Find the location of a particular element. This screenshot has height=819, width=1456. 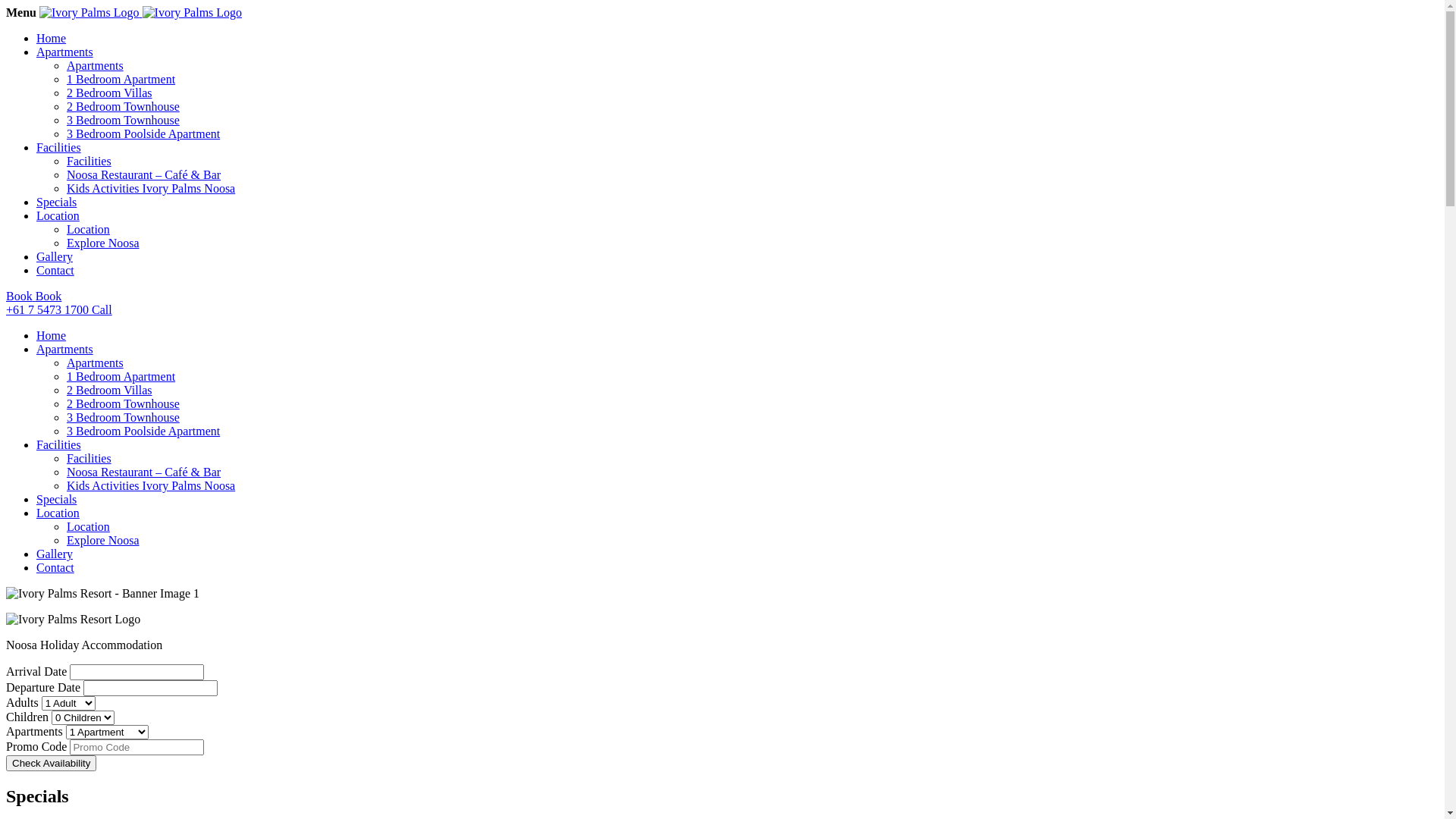

'Facilities' is located at coordinates (88, 161).